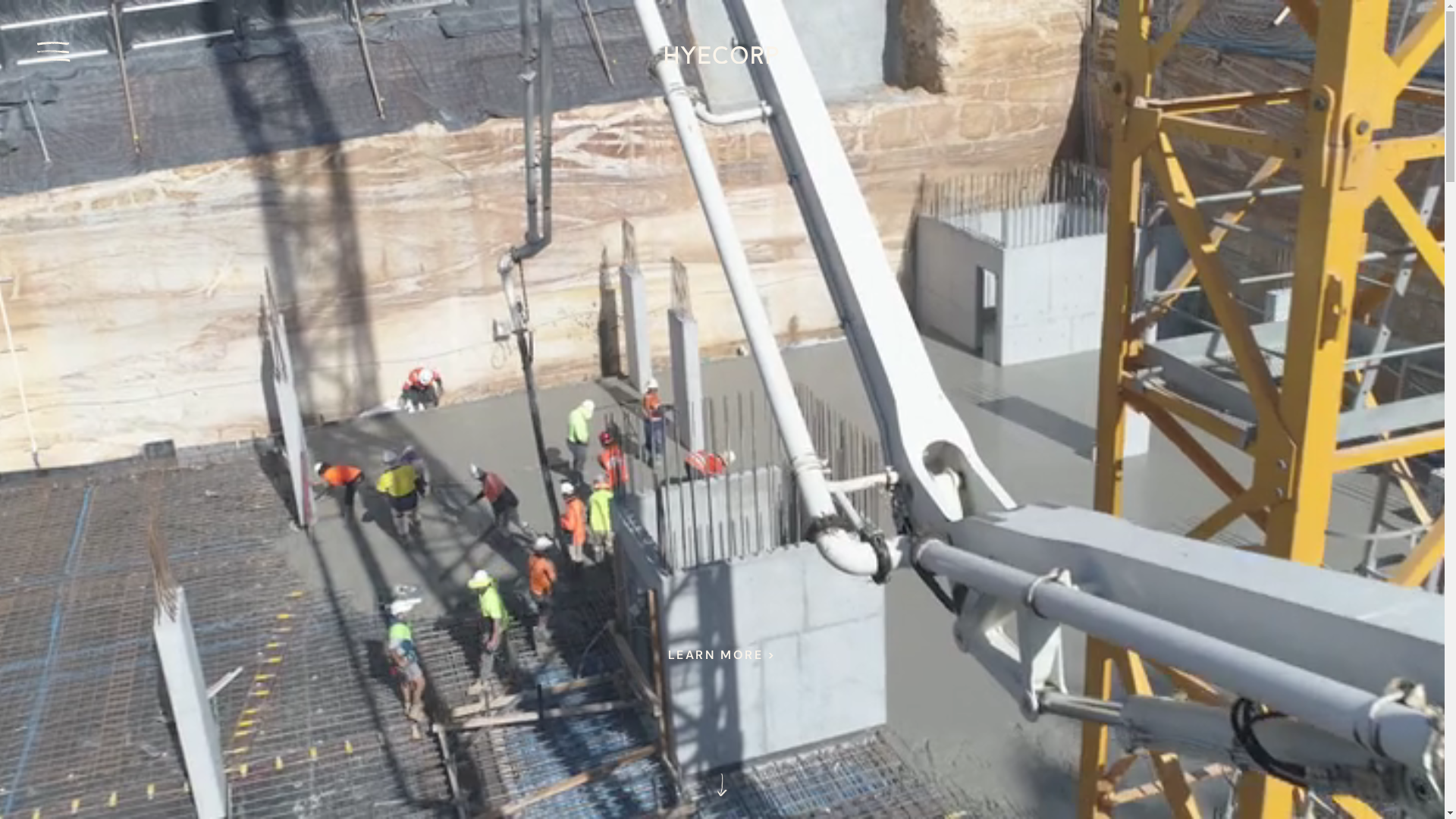  Describe the element at coordinates (650, 654) in the screenshot. I see `'LEARN MORE >'` at that location.